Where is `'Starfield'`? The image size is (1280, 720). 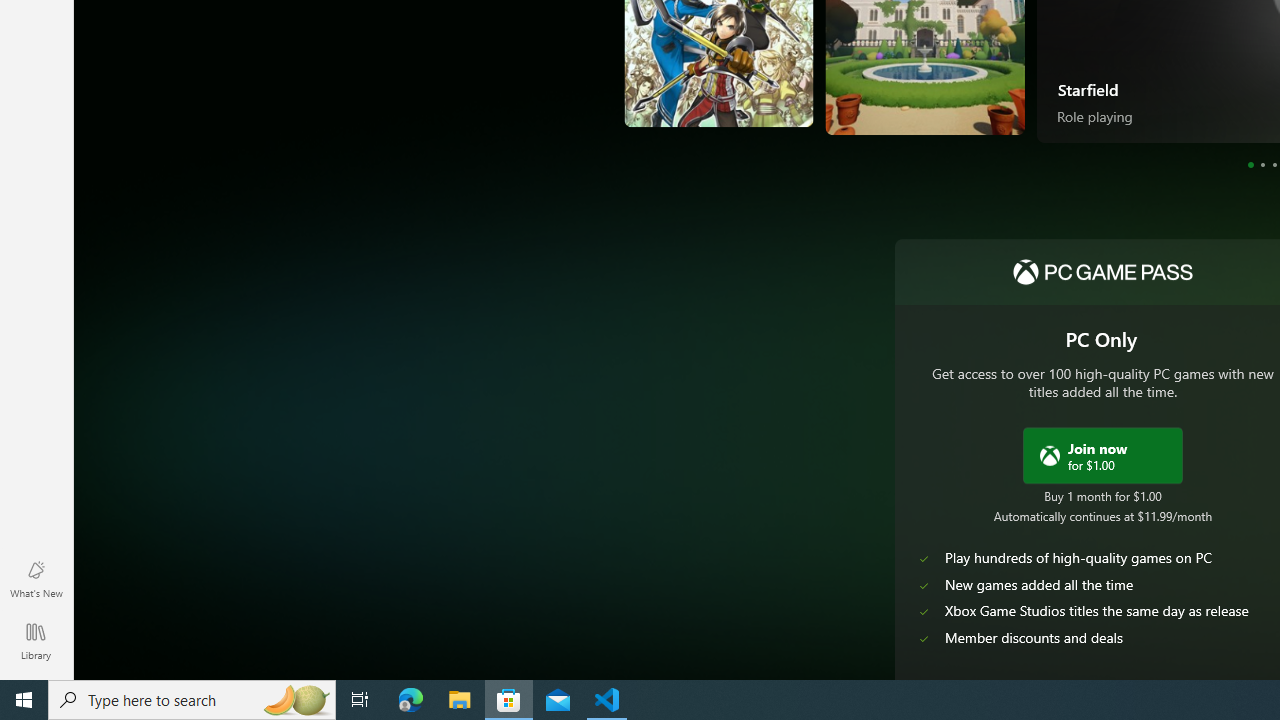
'Starfield' is located at coordinates (1087, 87).